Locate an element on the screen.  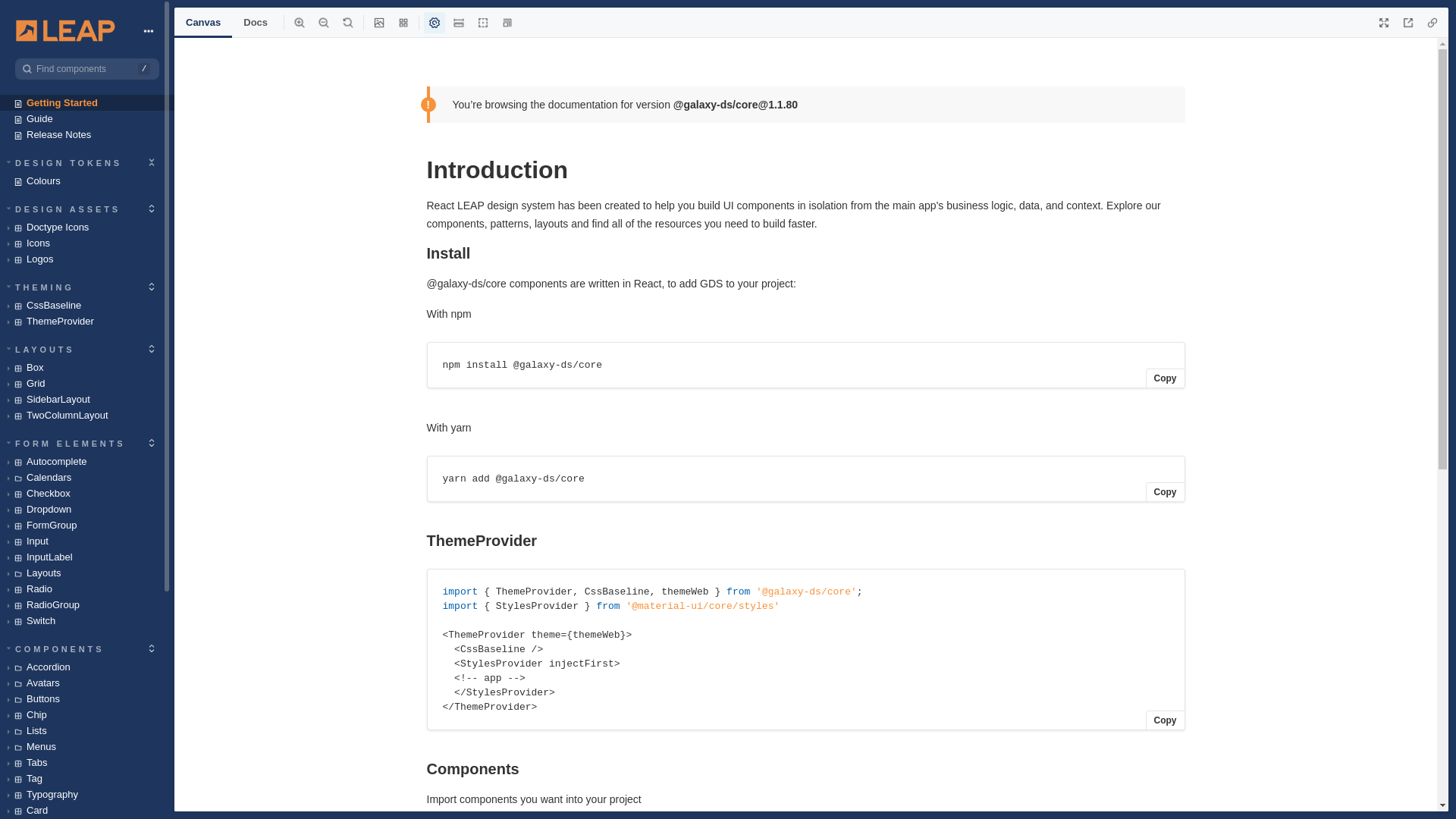
'LAYOUTS' is located at coordinates (41, 348).